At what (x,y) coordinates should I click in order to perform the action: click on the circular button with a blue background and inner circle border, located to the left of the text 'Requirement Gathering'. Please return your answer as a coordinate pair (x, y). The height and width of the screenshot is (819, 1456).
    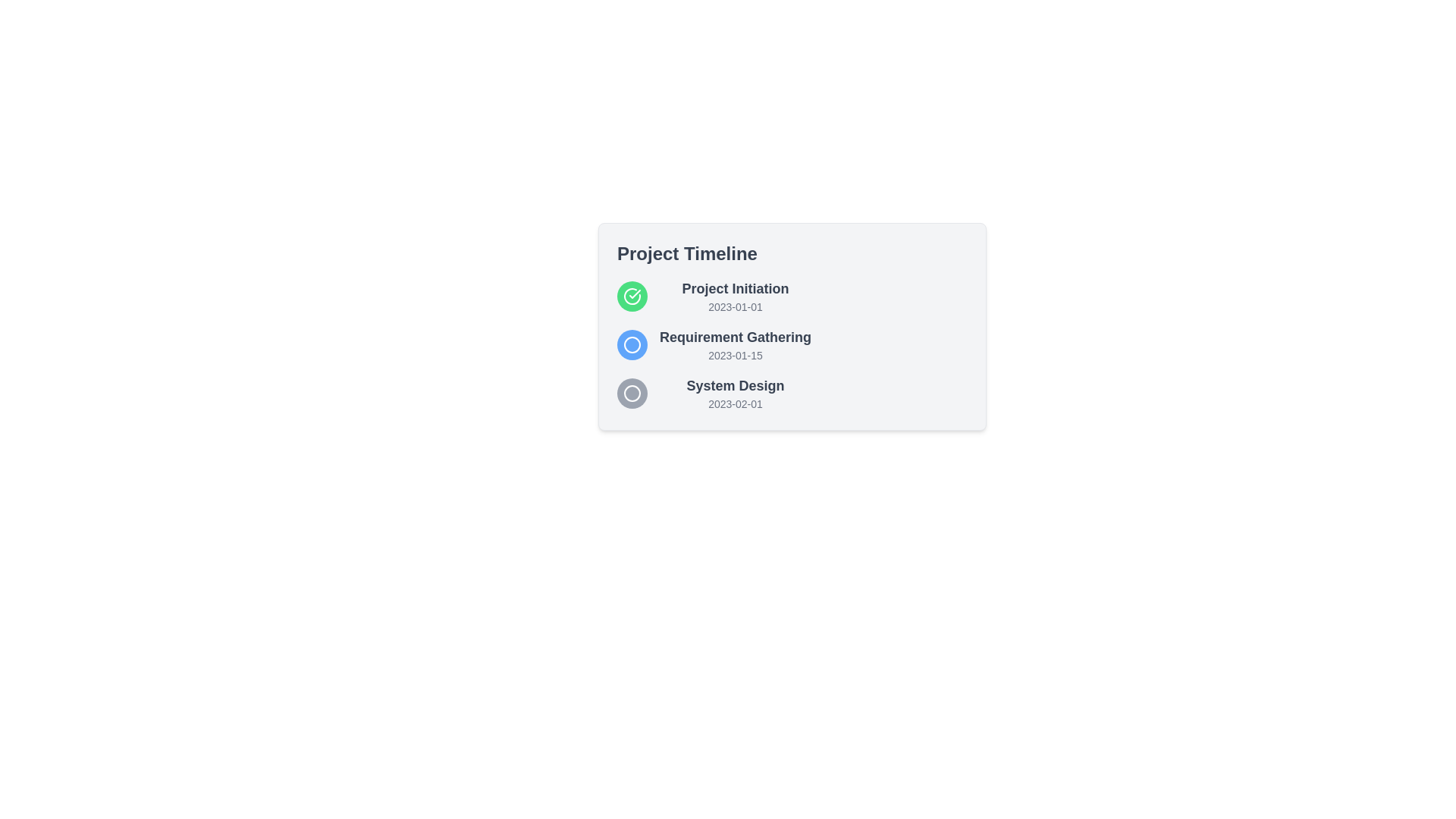
    Looking at the image, I should click on (632, 345).